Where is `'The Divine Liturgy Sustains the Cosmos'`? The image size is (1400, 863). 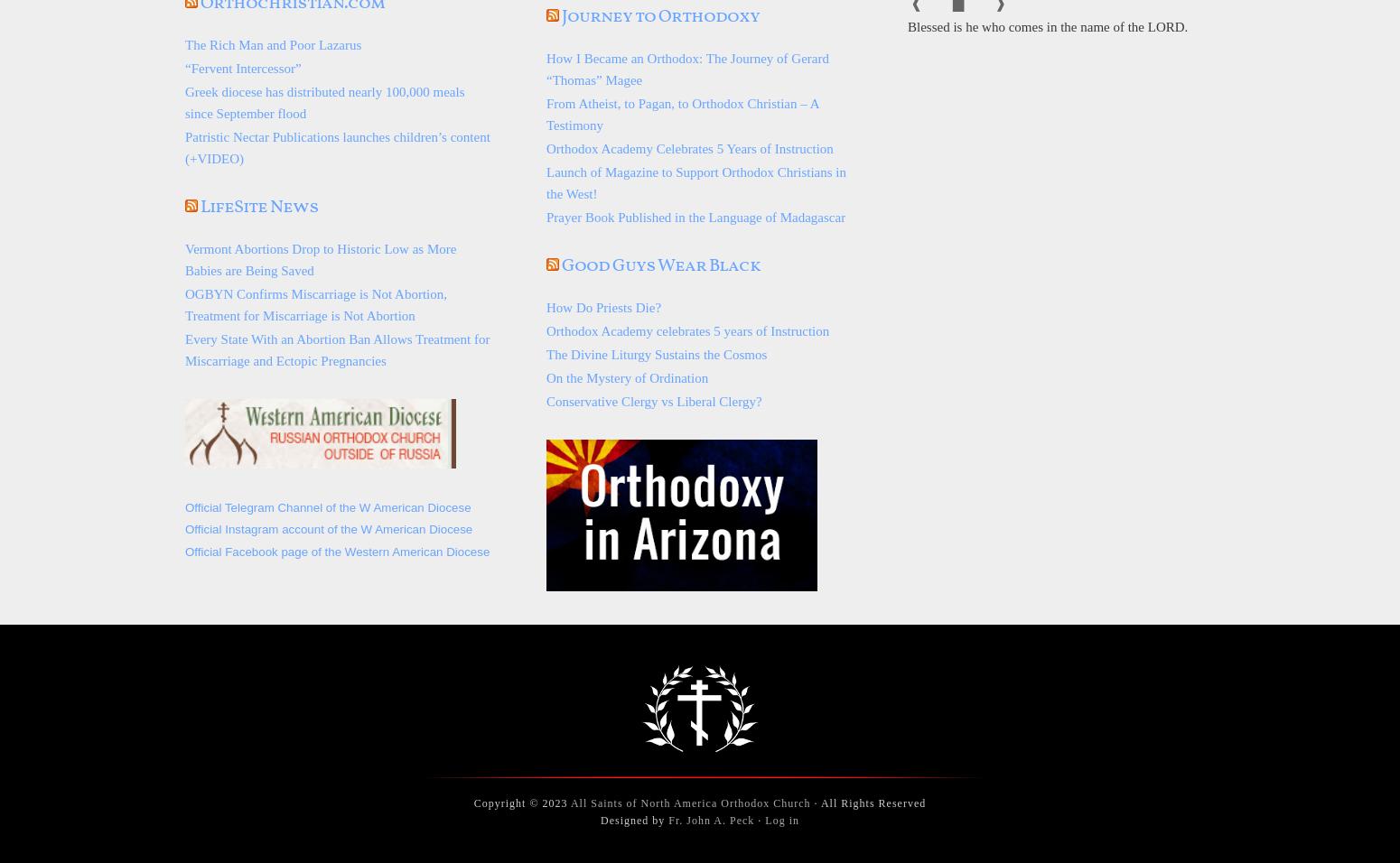
'The Divine Liturgy Sustains the Cosmos' is located at coordinates (656, 353).